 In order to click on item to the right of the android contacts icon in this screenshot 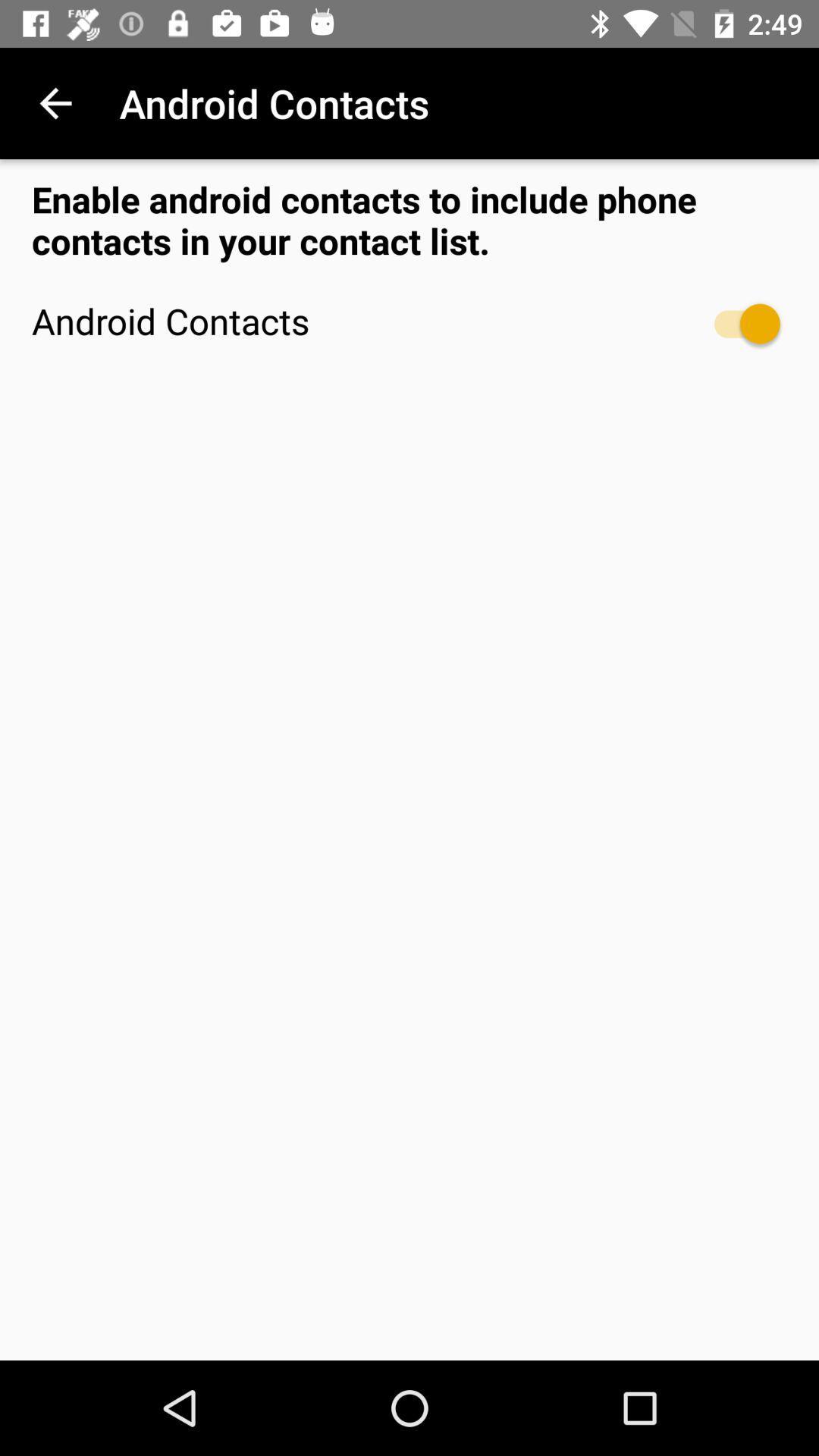, I will do `click(739, 323)`.